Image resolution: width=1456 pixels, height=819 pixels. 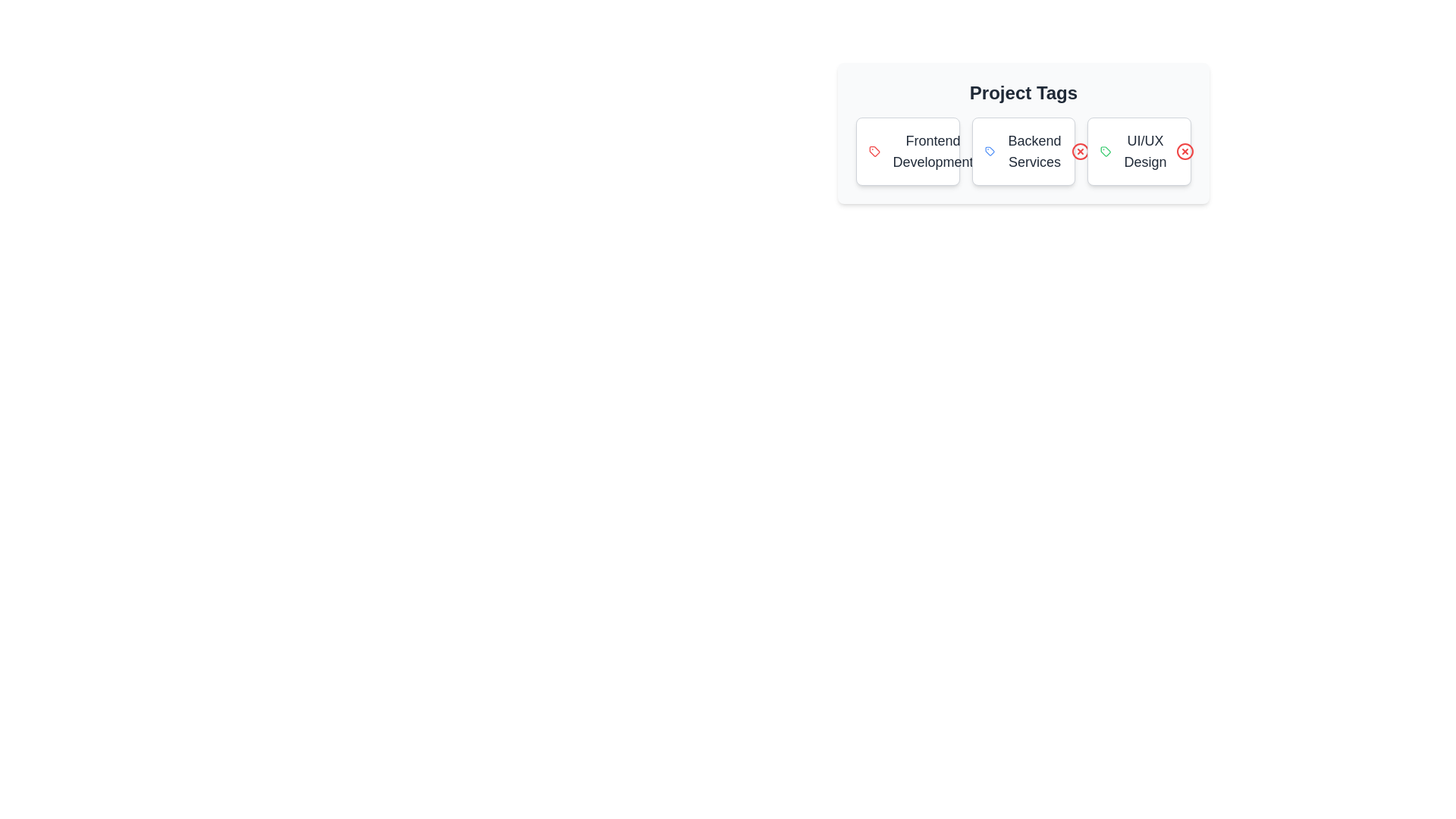 What do you see at coordinates (1106, 152) in the screenshot?
I see `the tag icon for UI/UX Design` at bounding box center [1106, 152].